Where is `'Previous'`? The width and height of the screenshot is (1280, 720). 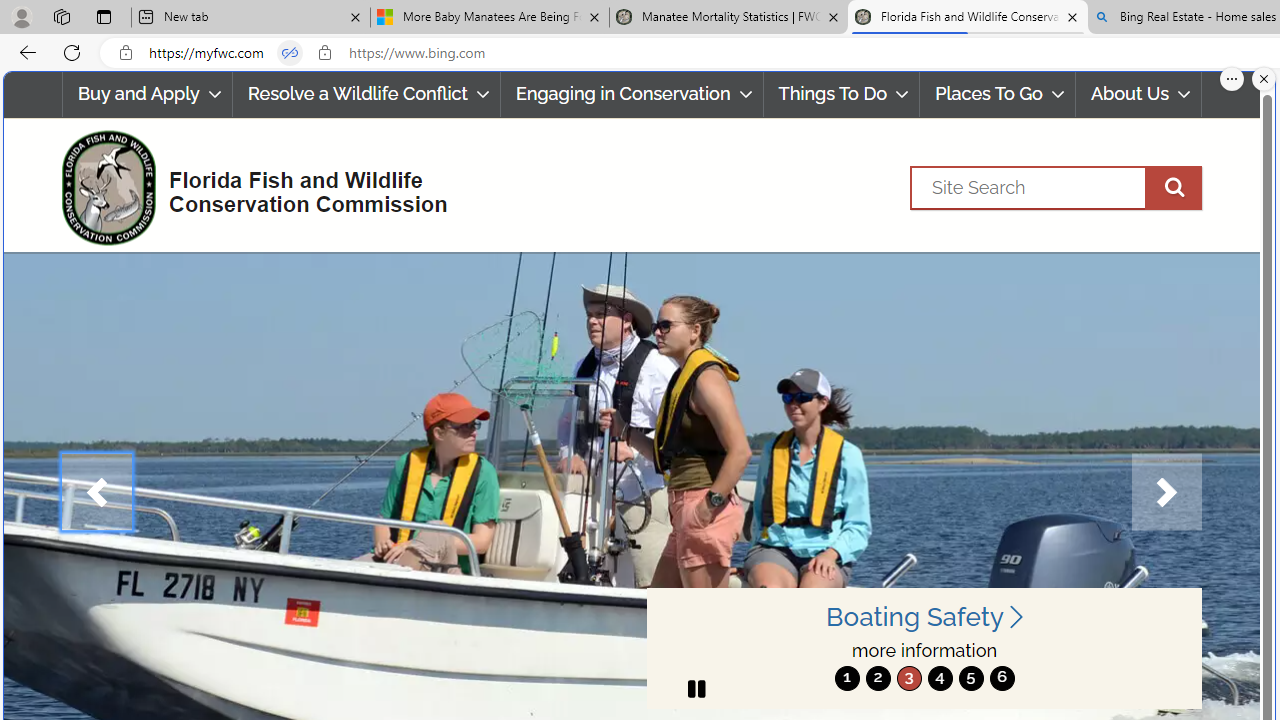
'Previous' is located at coordinates (95, 492).